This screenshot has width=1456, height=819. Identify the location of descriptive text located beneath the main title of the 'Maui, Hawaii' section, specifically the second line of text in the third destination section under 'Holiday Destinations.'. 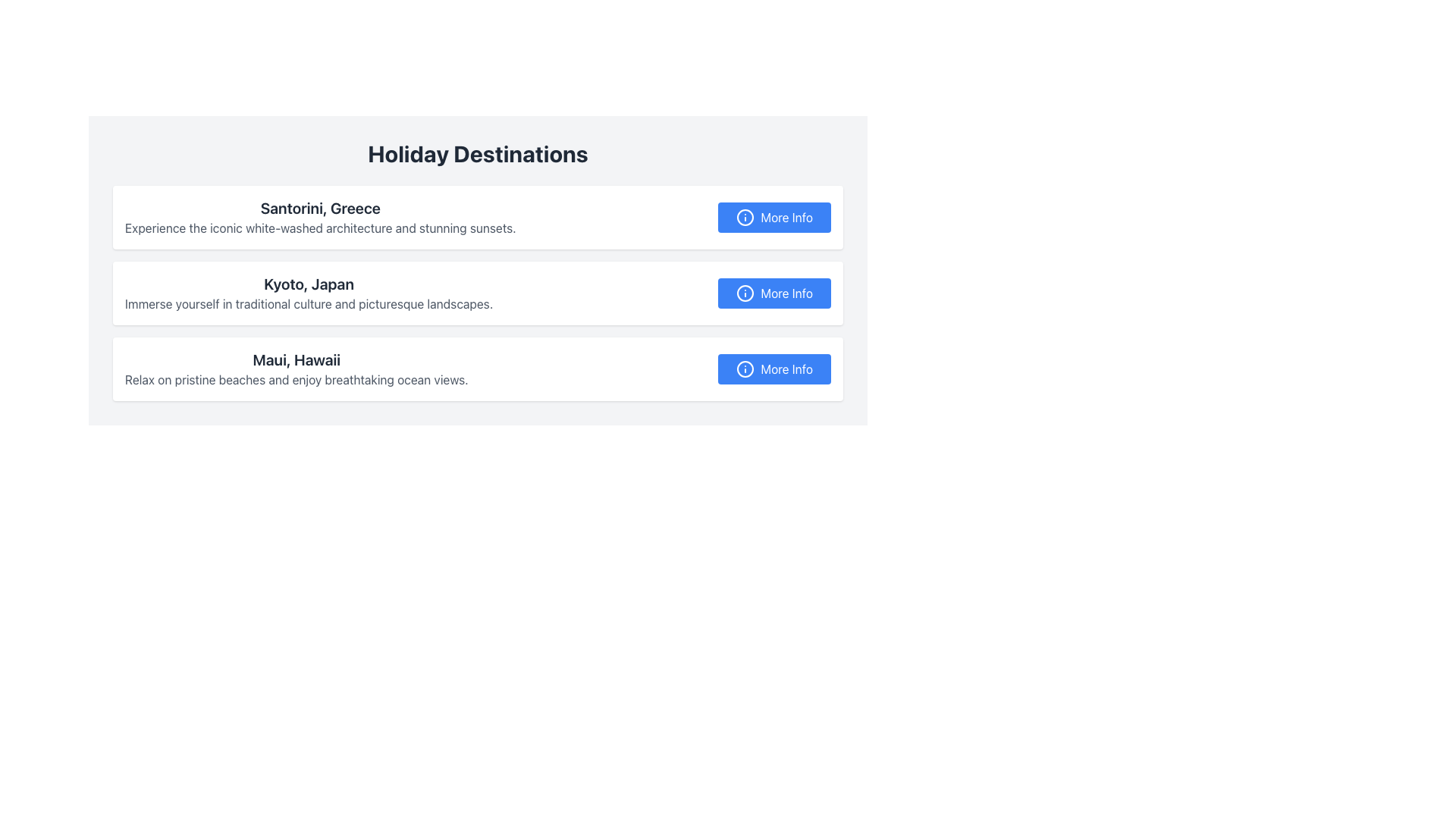
(297, 379).